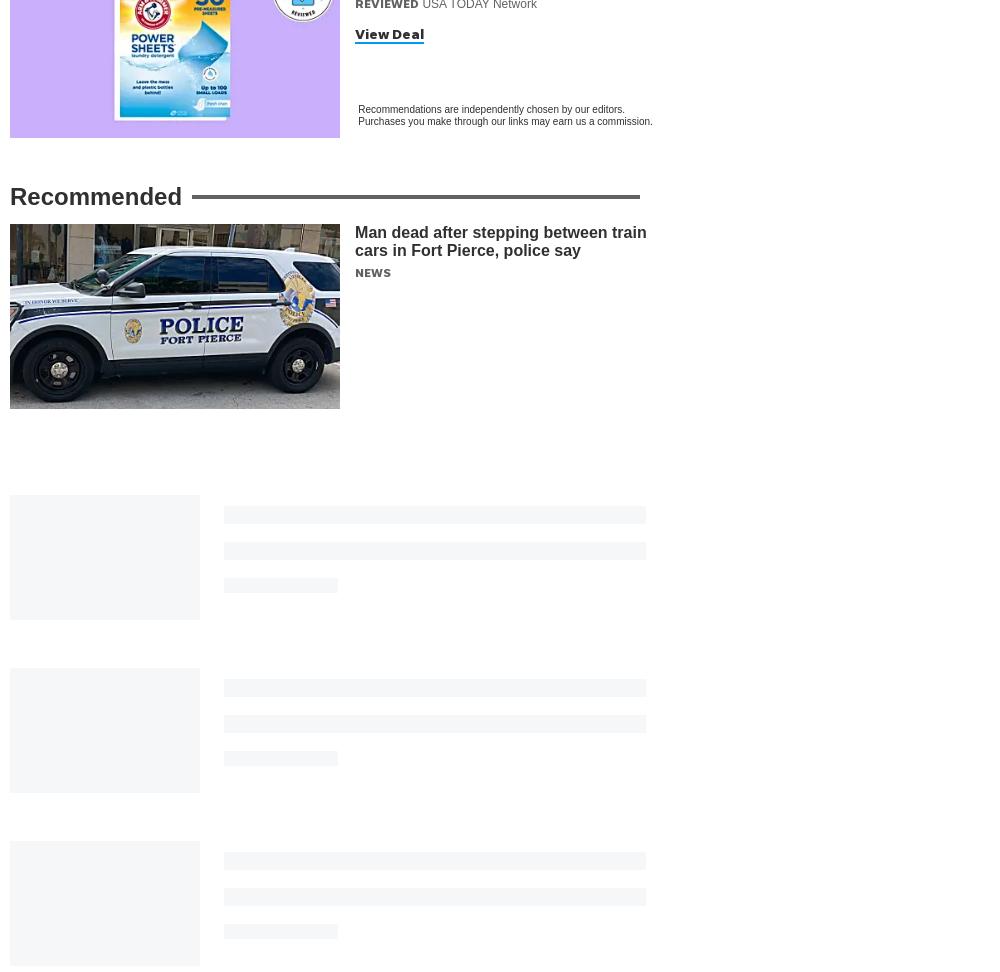  I want to click on 'Subscribe Today', so click(465, 787).